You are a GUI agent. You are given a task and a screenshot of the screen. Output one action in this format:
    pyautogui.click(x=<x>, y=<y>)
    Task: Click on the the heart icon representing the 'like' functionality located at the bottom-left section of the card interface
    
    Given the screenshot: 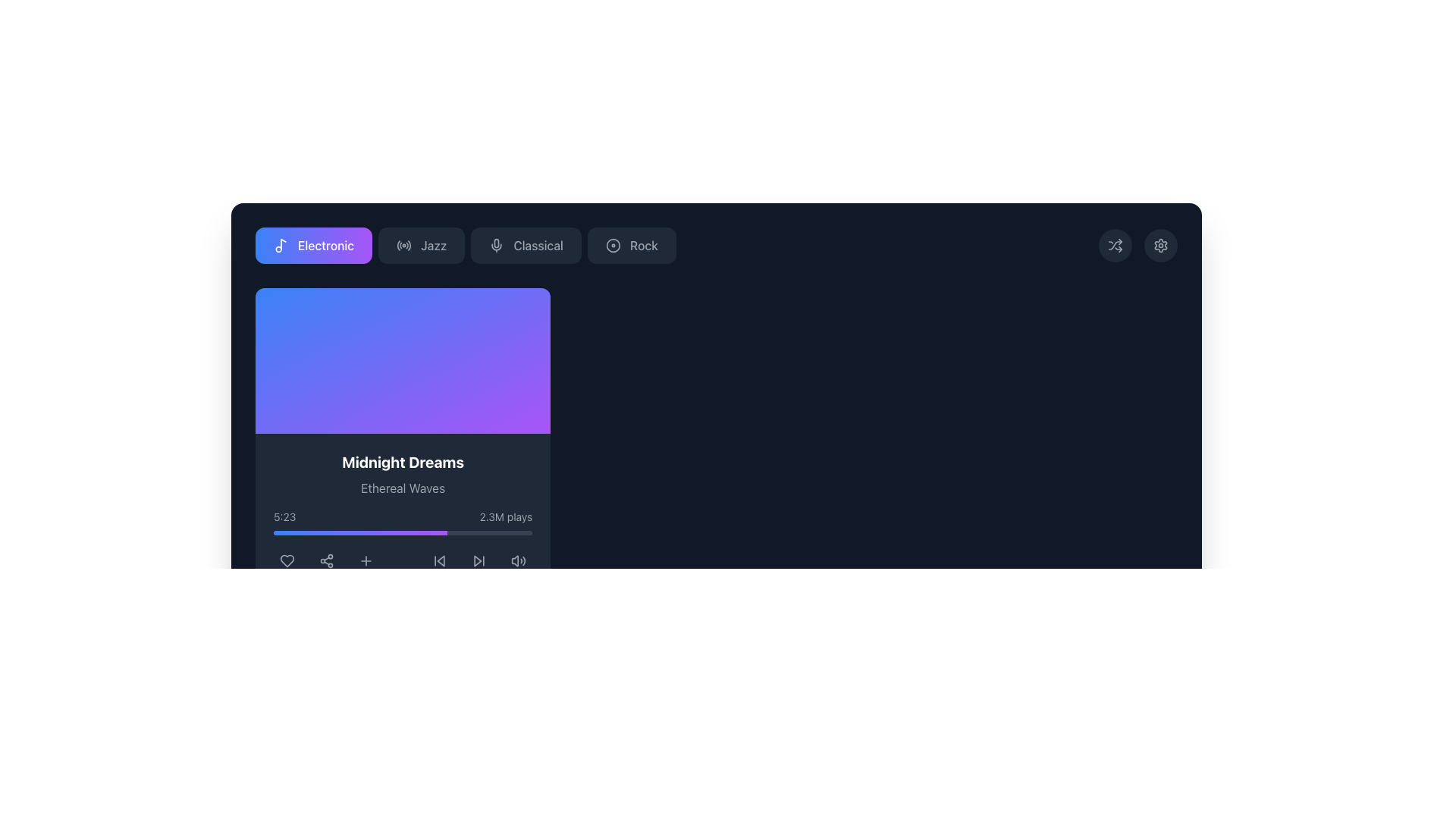 What is the action you would take?
    pyautogui.click(x=287, y=561)
    